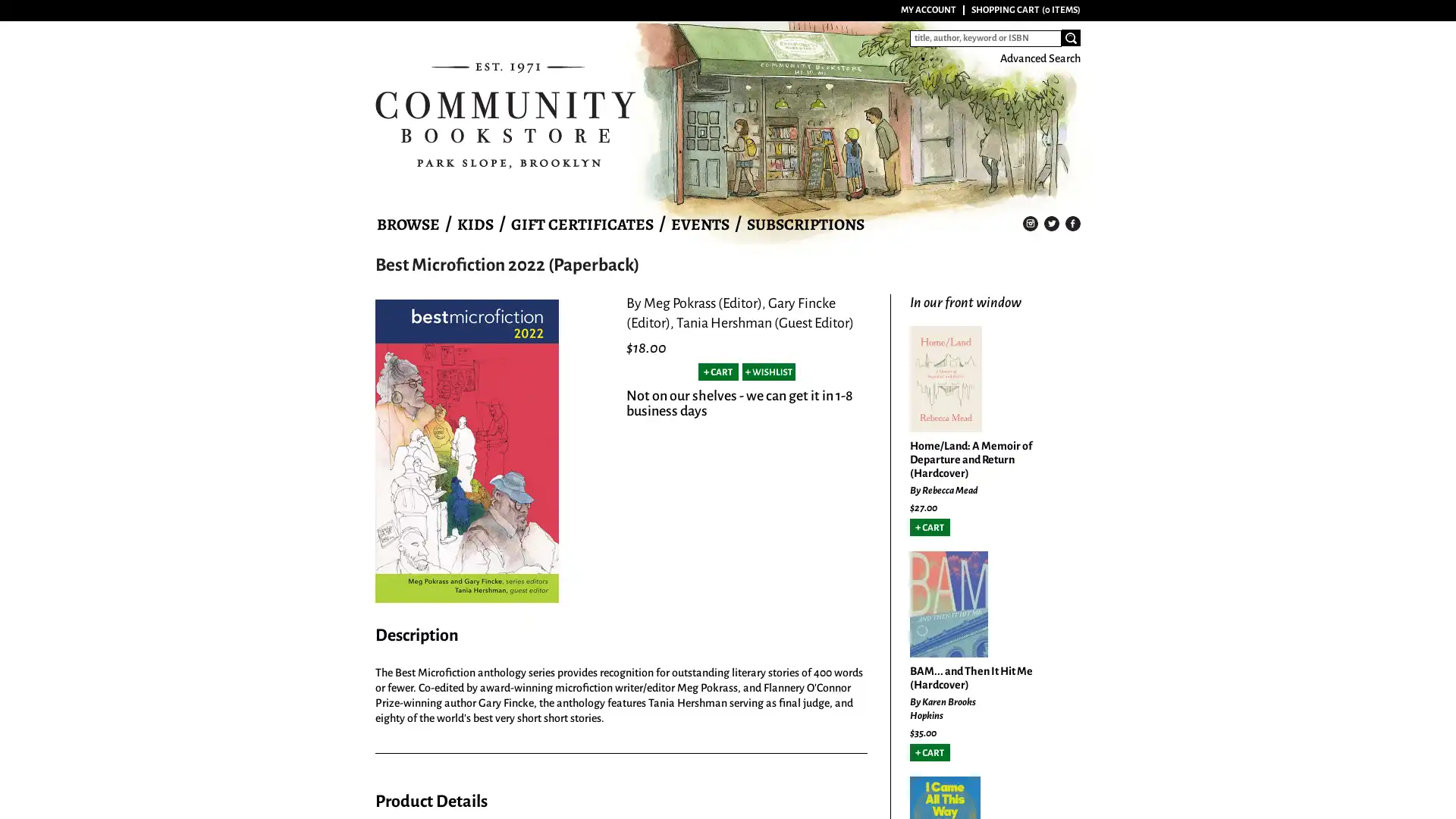 The height and width of the screenshot is (819, 1456). Describe the element at coordinates (929, 526) in the screenshot. I see `Add to Cart` at that location.